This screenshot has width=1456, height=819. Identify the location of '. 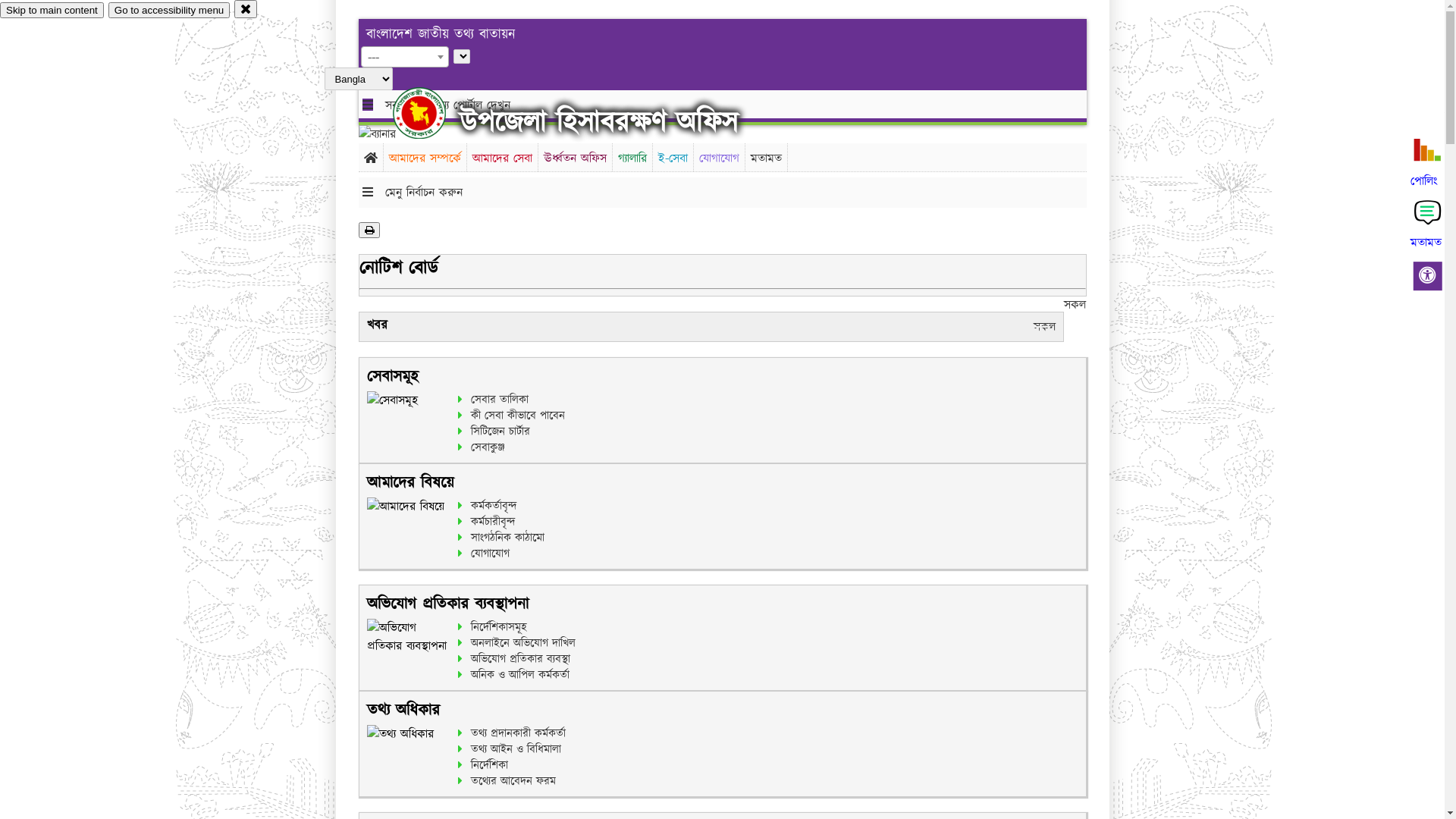
(431, 112).